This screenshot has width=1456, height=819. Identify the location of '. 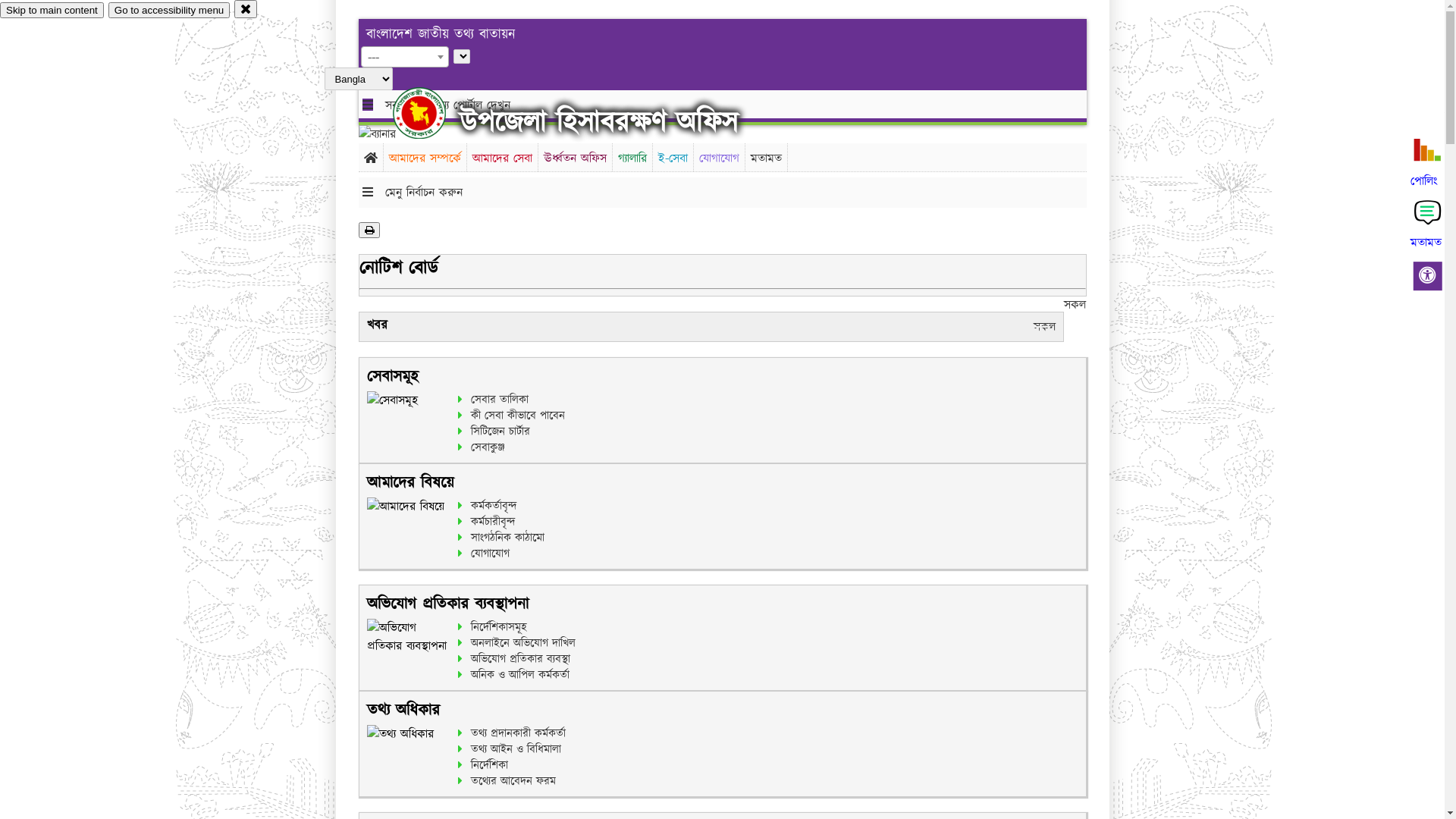
(431, 112).